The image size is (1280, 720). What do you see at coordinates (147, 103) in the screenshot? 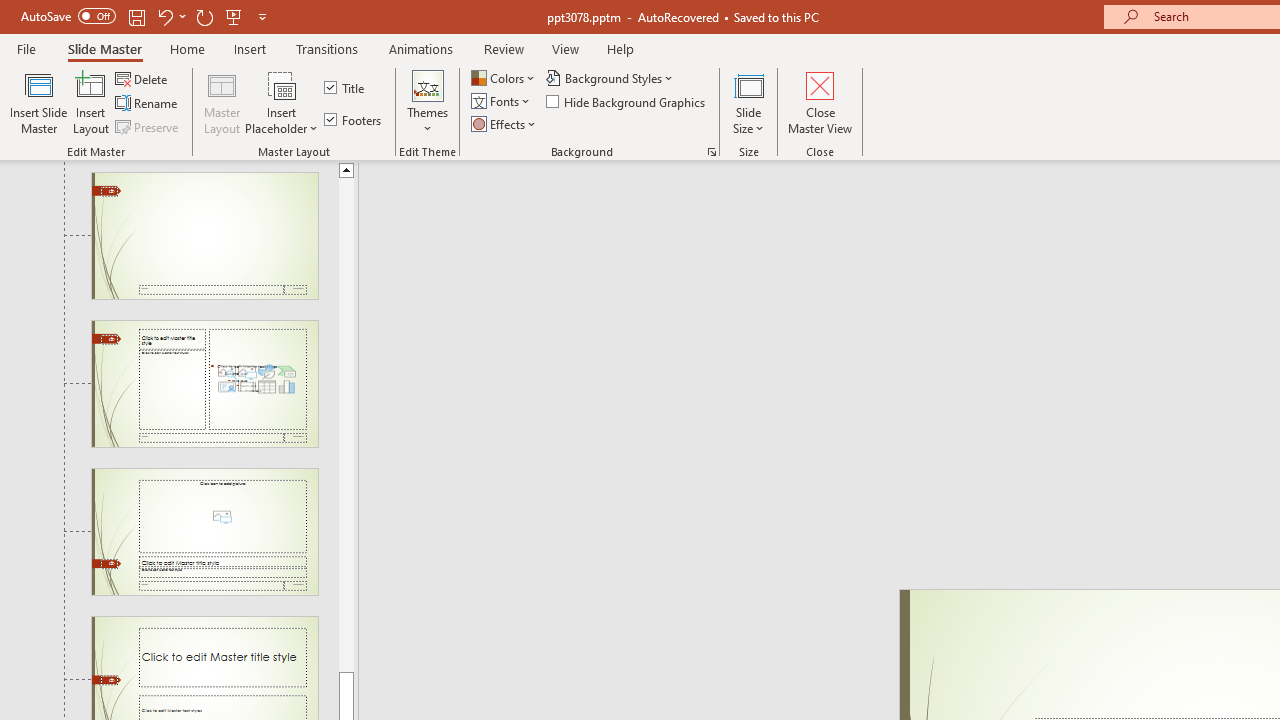
I see `'Rename'` at bounding box center [147, 103].